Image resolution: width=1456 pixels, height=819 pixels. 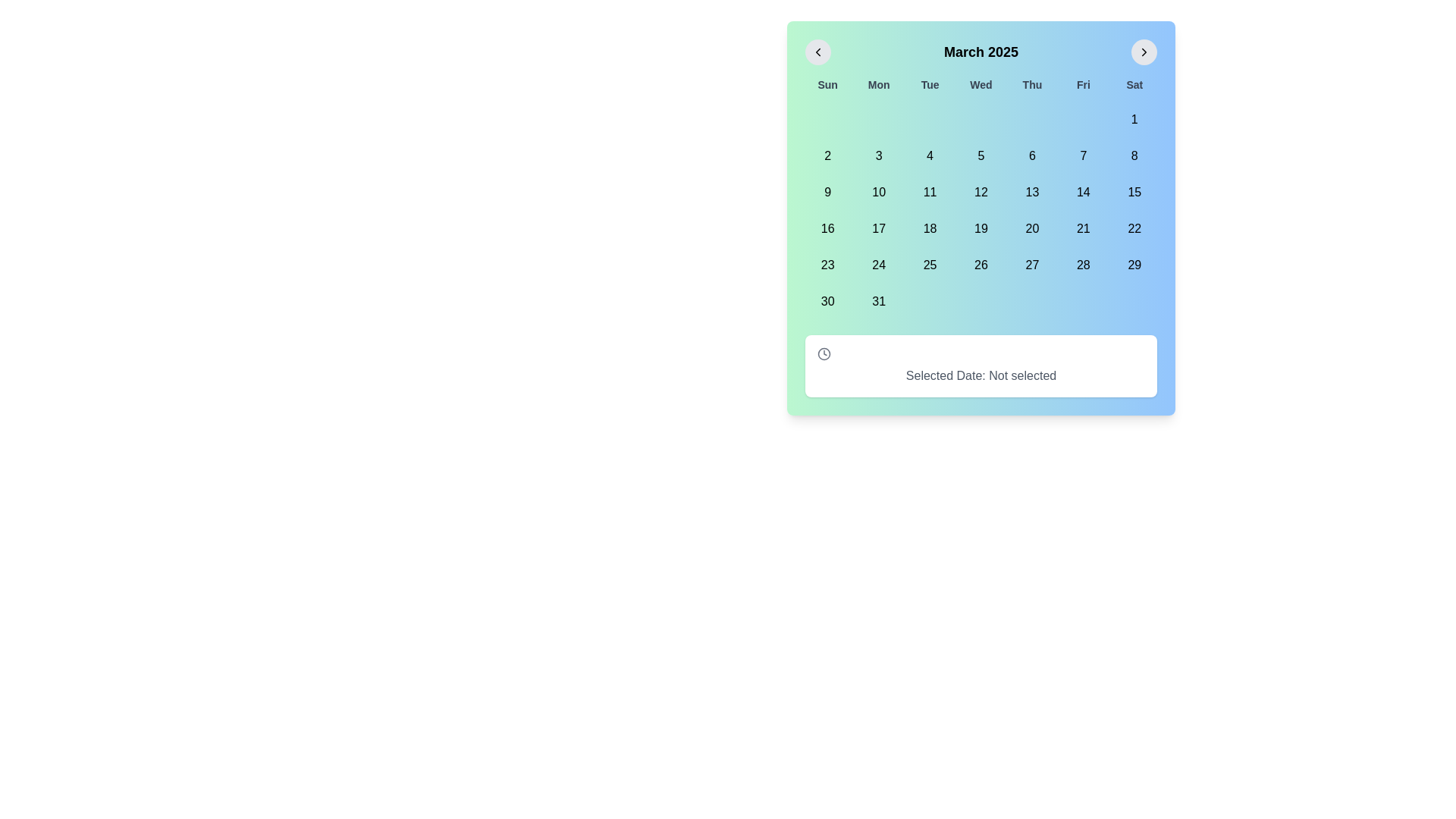 What do you see at coordinates (1082, 192) in the screenshot?
I see `the Interactive calendar day button displaying the number '14' for additional options` at bounding box center [1082, 192].